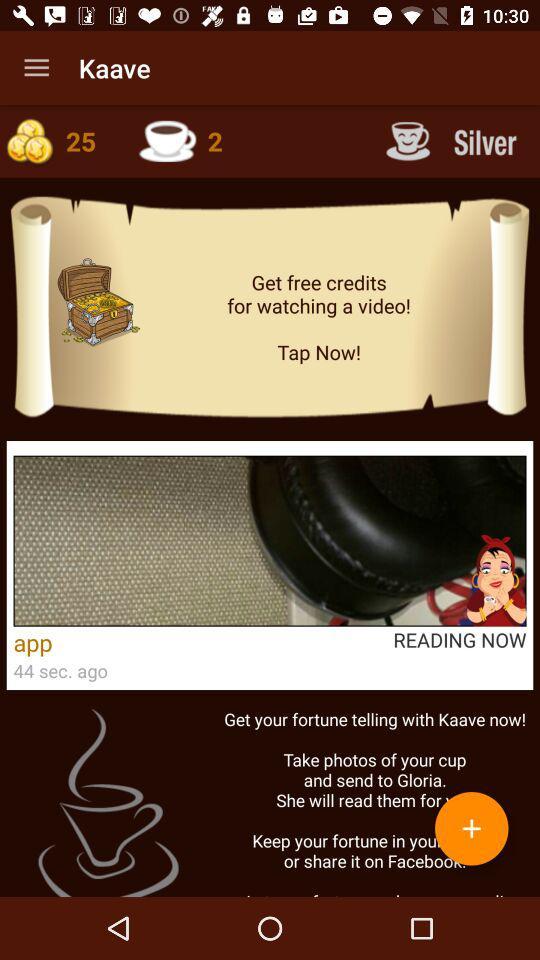  Describe the element at coordinates (36, 68) in the screenshot. I see `item next to the kaave app` at that location.